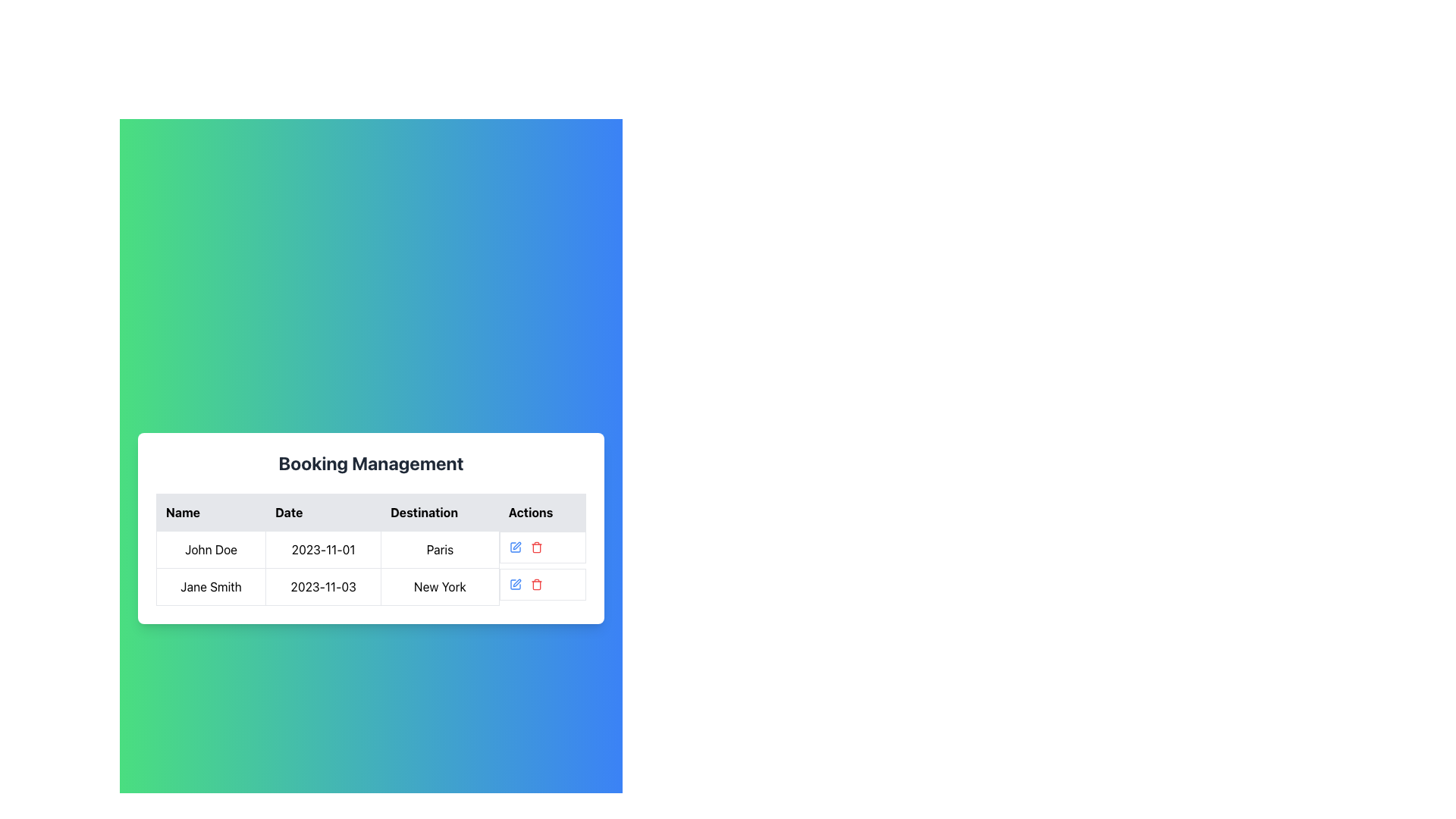  I want to click on the edit button icon in the 'Actions' column associated with 'John Doe' to observe a color change, so click(515, 583).